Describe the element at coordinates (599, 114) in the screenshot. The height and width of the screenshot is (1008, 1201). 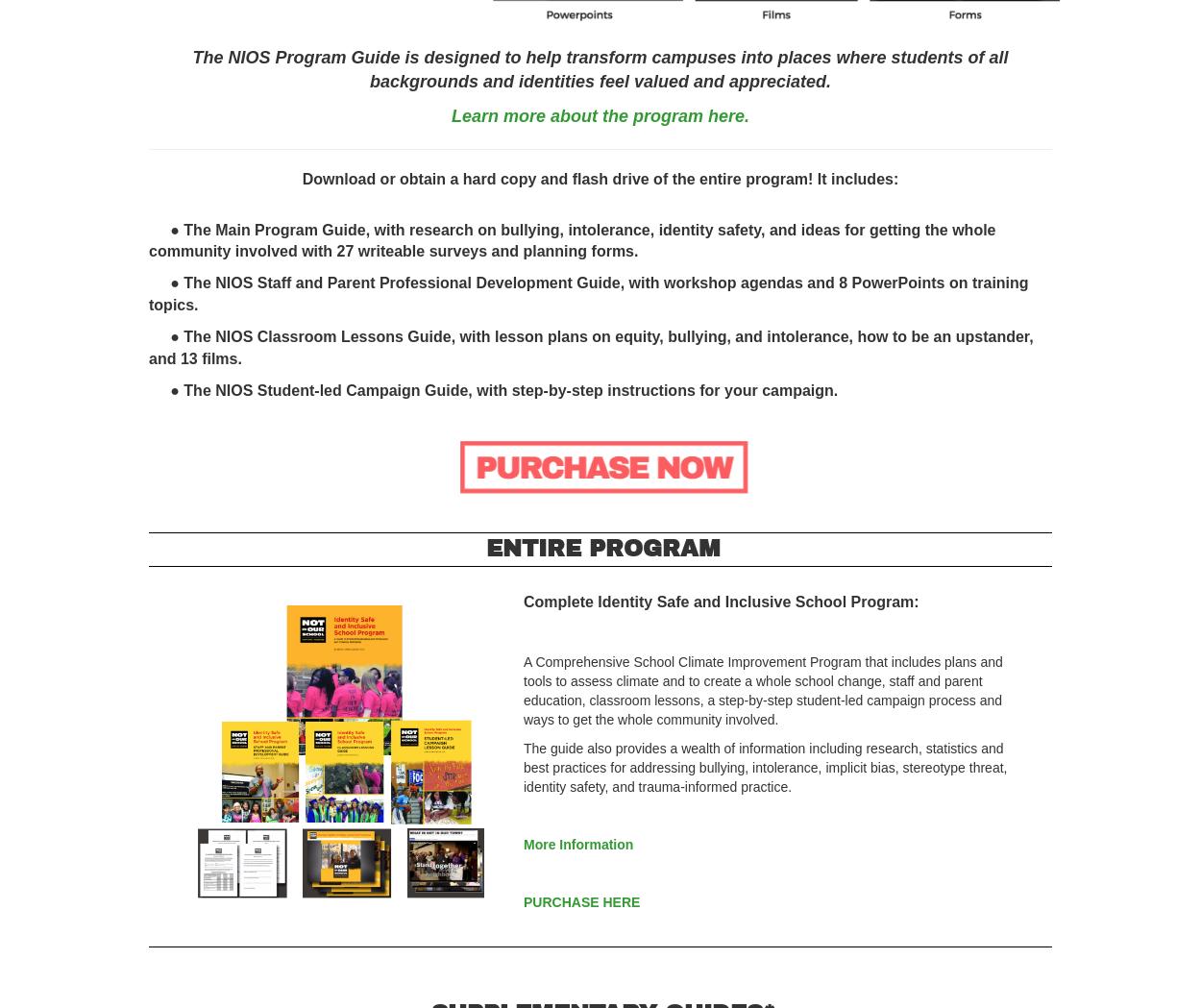
I see `'Learn more about the program here.'` at that location.